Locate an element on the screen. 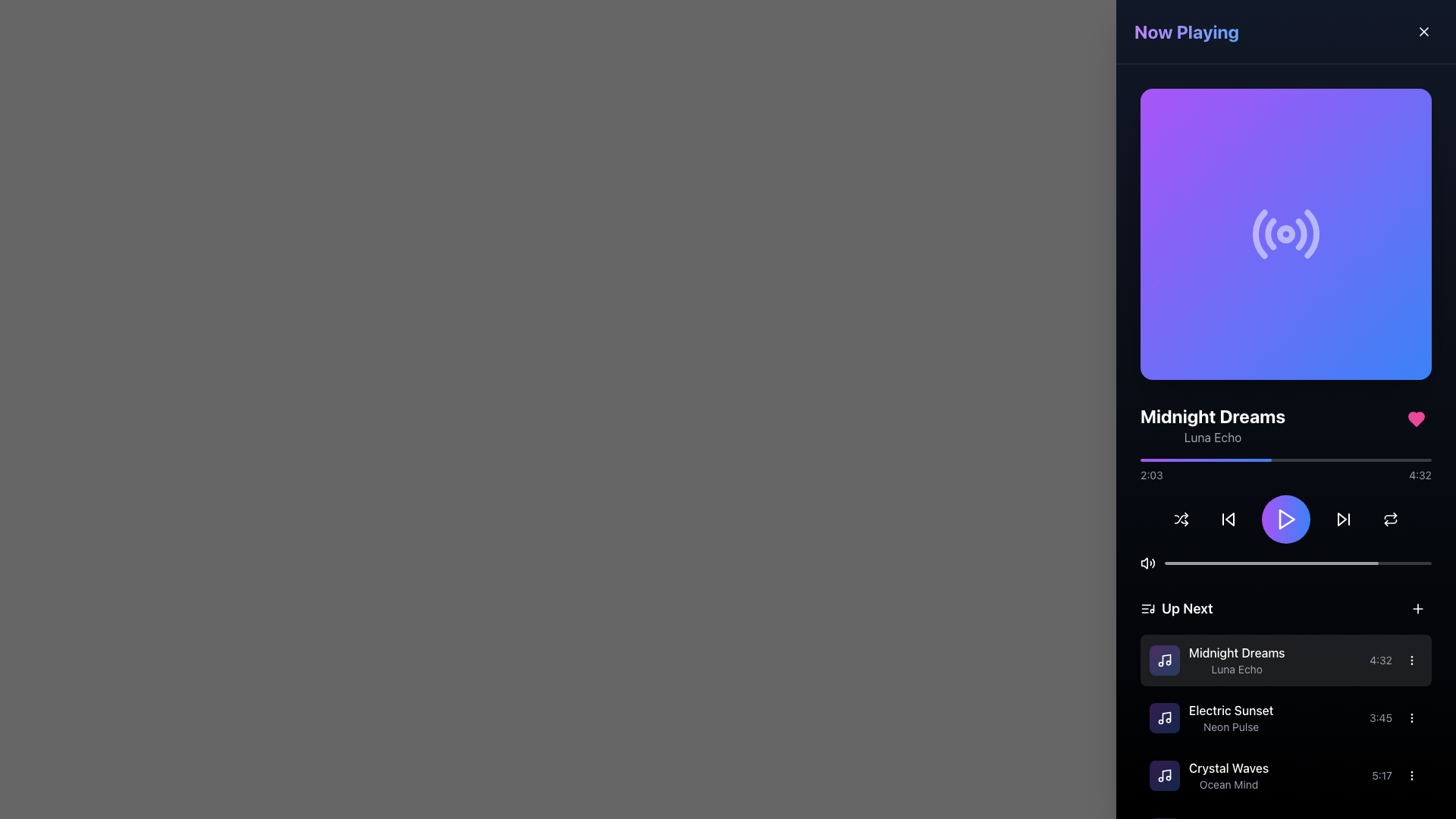  the 'Midnight Dreams' label in the 'Up Next' section is located at coordinates (1237, 660).